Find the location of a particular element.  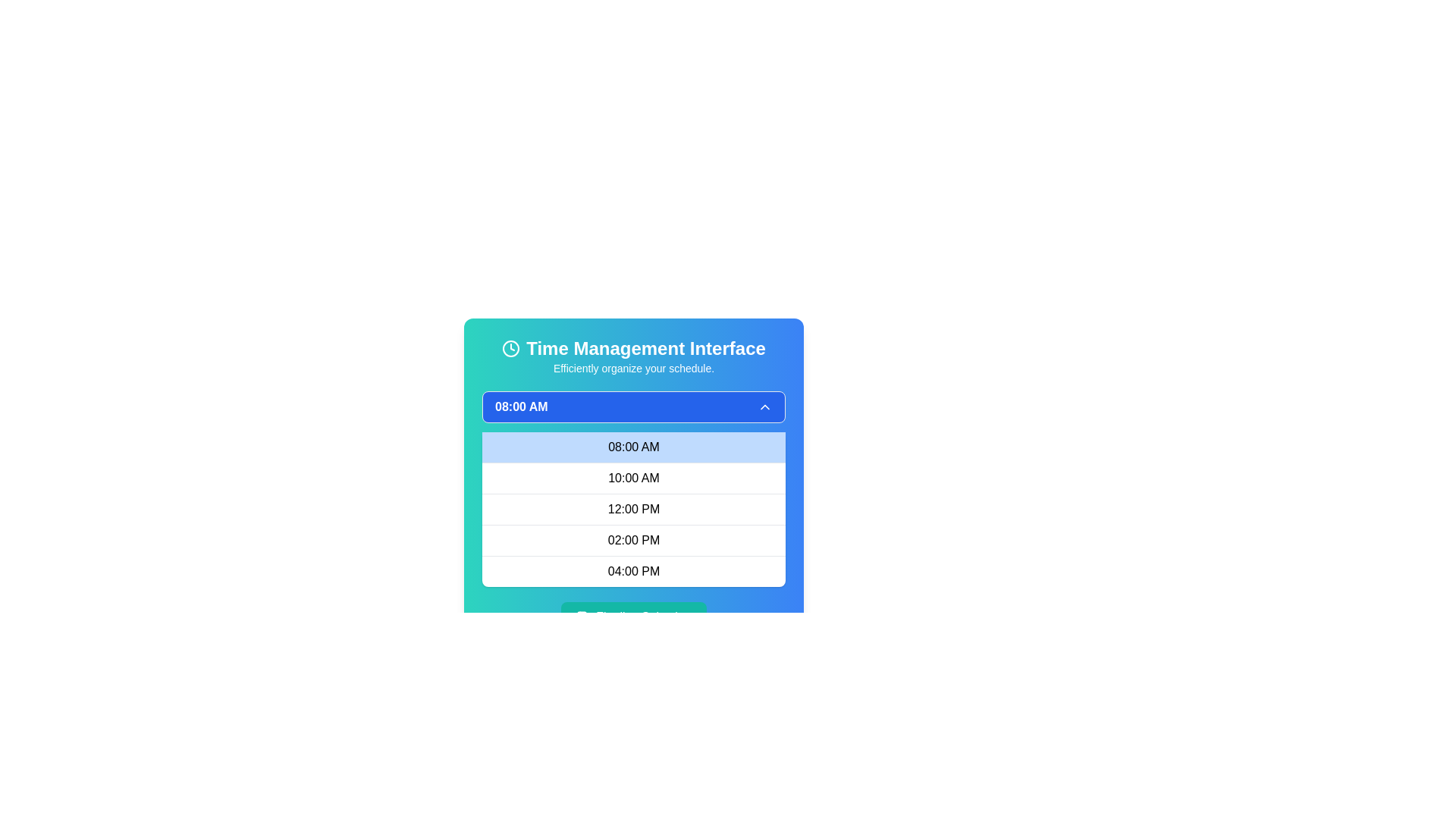

to select the time entry displaying '04:00 PM' in the vertically stacked list under the 'Time Management Interface' section is located at coordinates (633, 570).